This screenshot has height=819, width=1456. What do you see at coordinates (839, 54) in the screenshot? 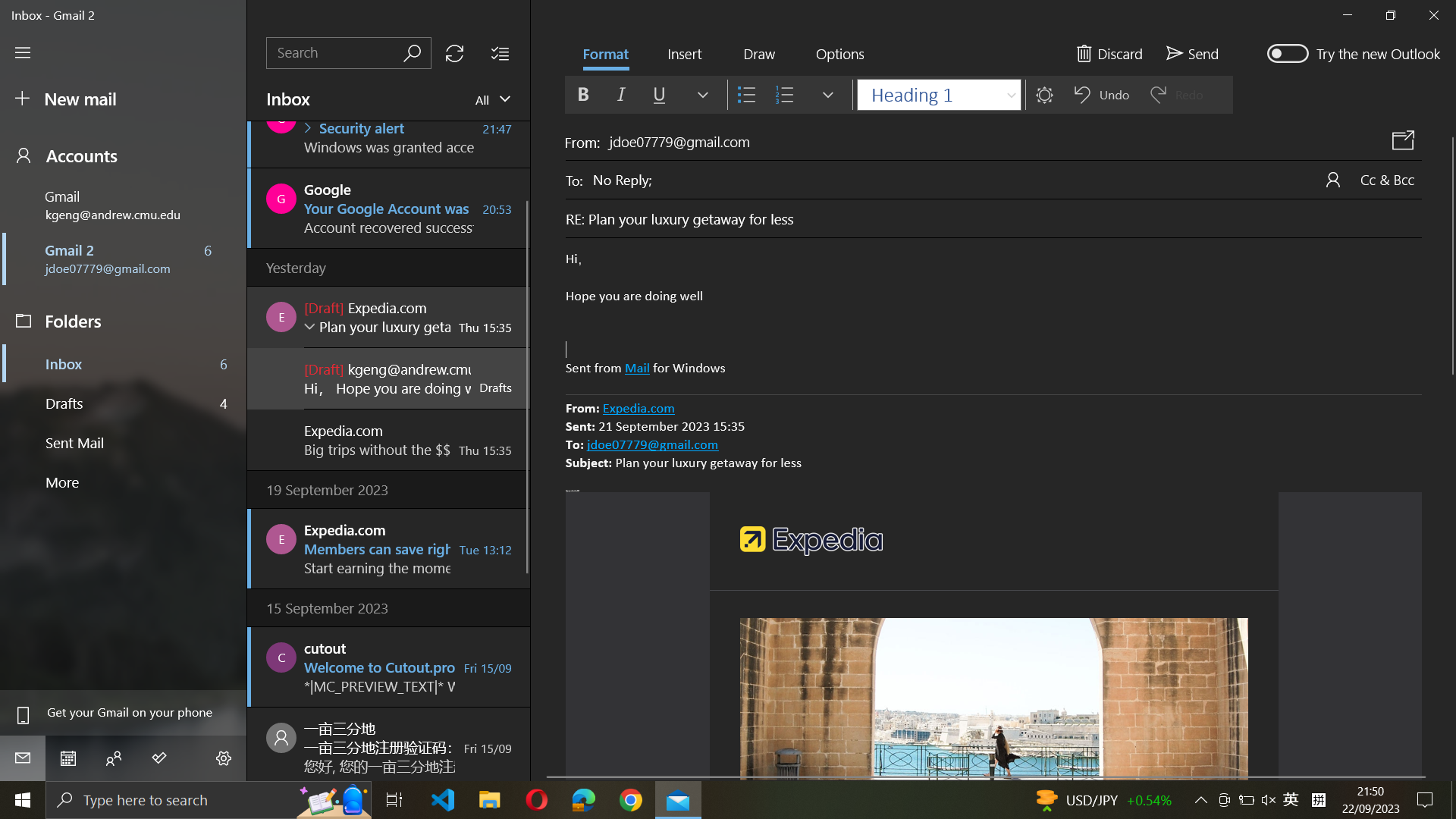
I see `From the Options list, move down and select the initial option` at bounding box center [839, 54].